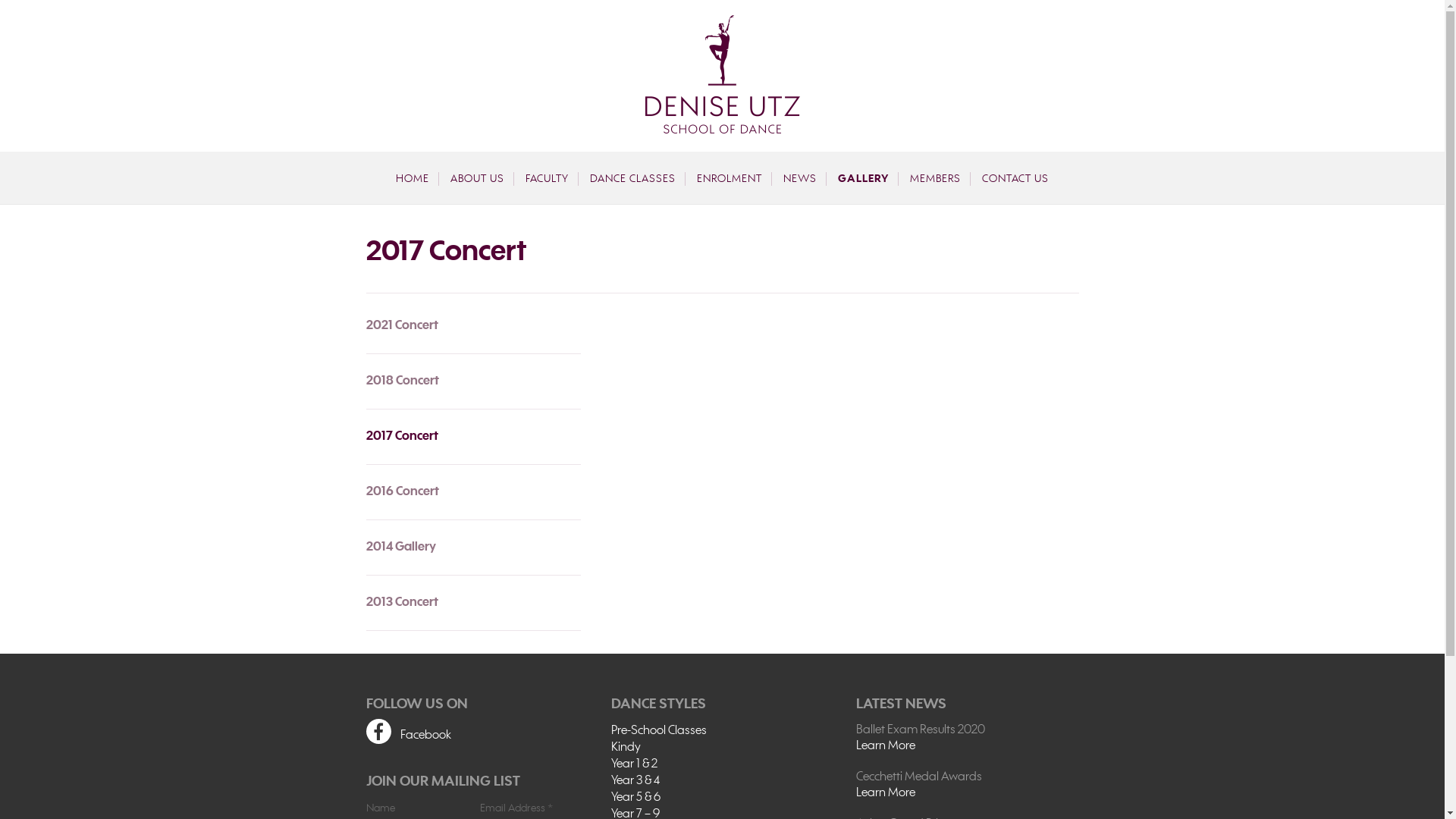 The image size is (1456, 819). I want to click on 'Facebook', so click(475, 733).